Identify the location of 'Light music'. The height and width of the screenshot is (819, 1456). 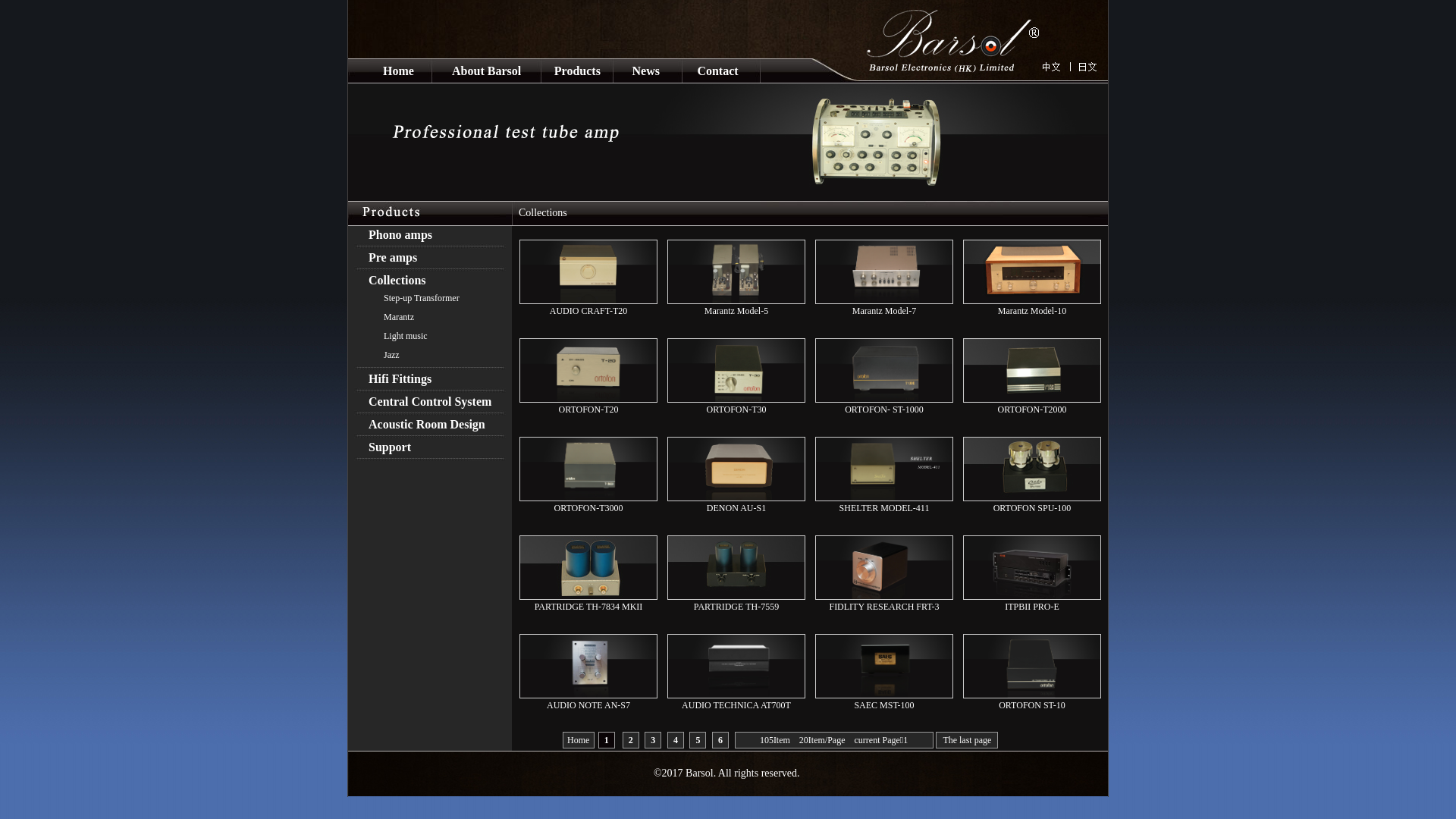
(347, 335).